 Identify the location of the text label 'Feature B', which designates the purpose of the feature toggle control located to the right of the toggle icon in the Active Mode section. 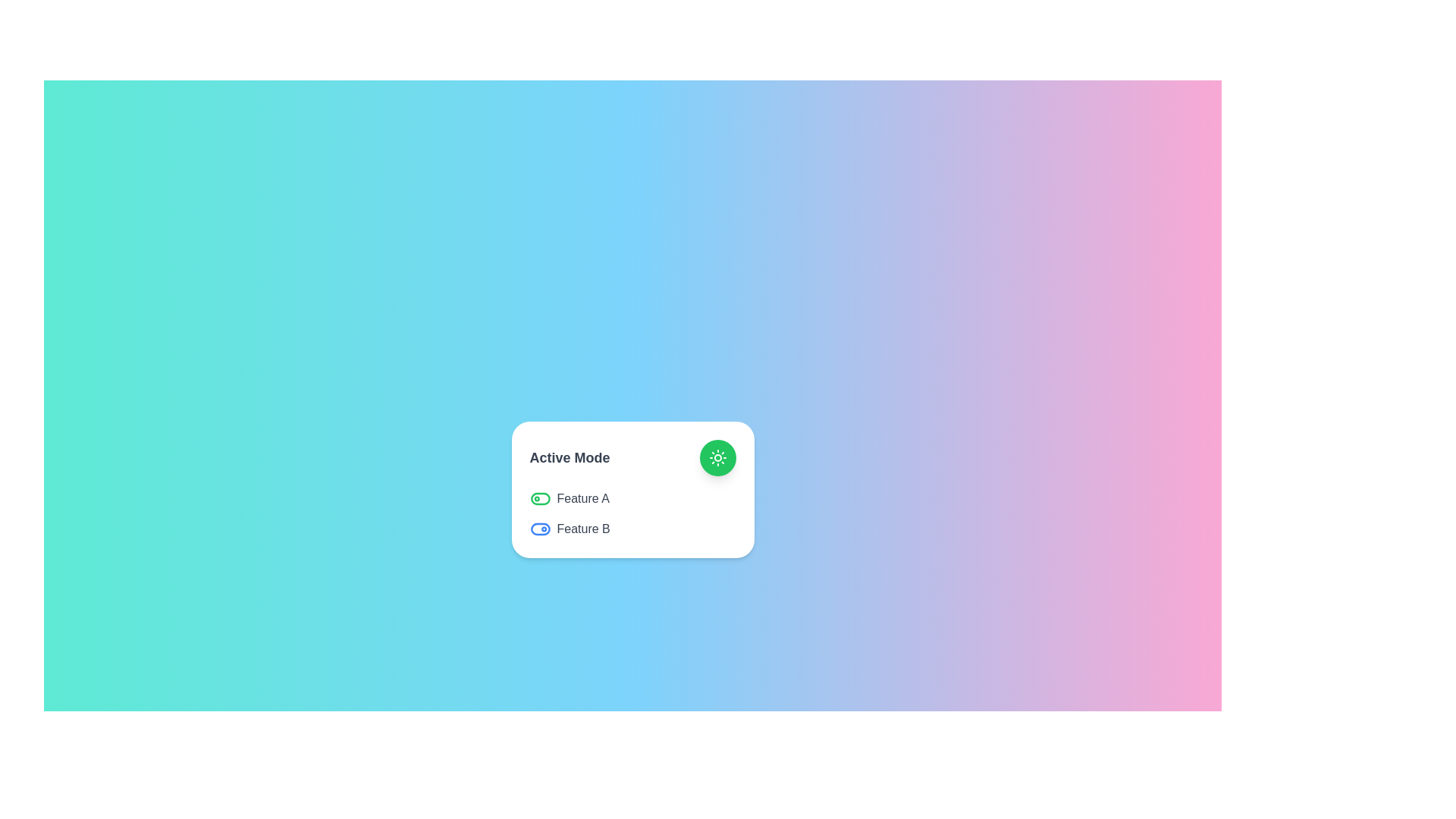
(582, 529).